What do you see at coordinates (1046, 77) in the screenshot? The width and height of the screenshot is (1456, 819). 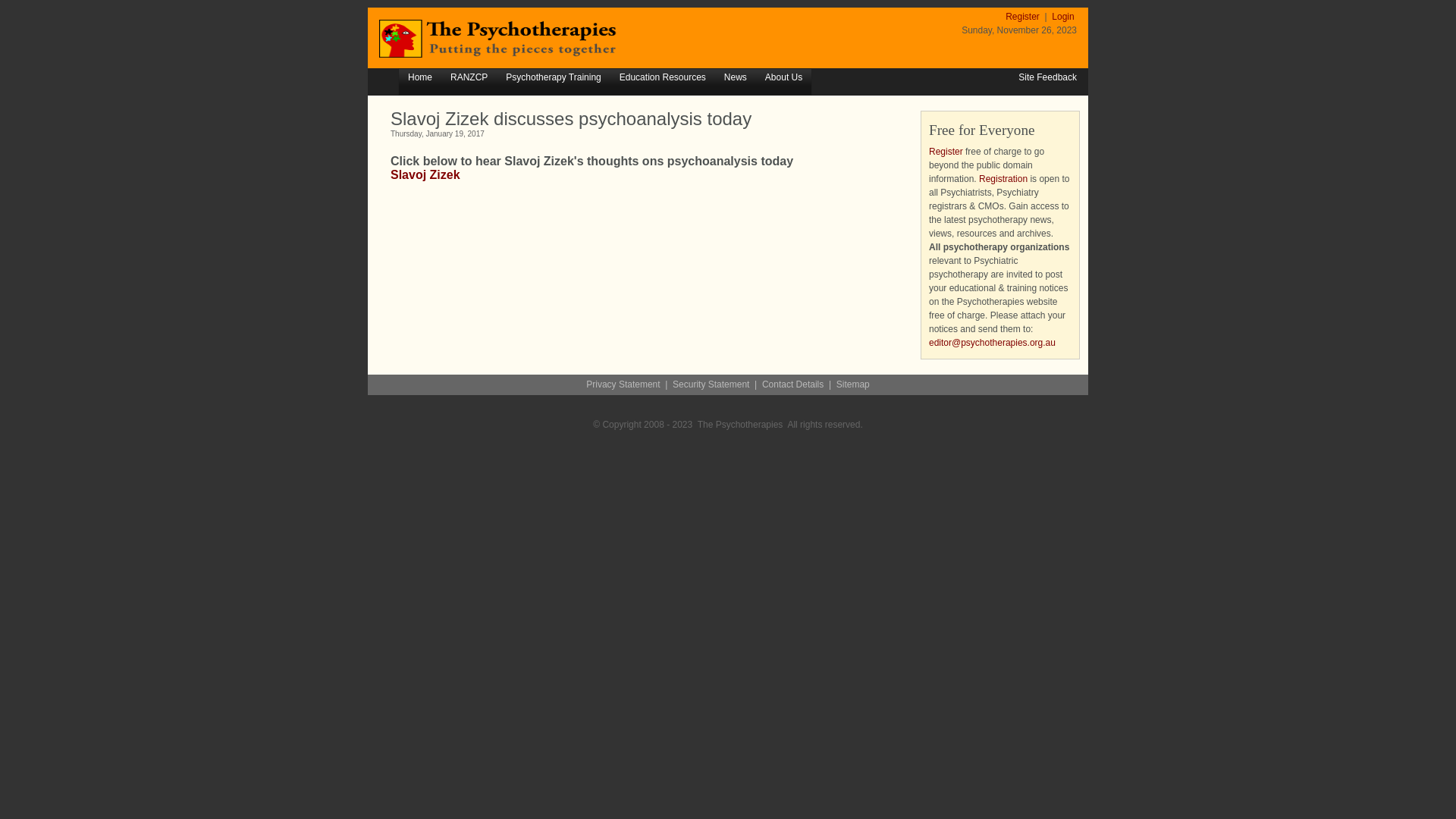 I see `'Site Feedback'` at bounding box center [1046, 77].